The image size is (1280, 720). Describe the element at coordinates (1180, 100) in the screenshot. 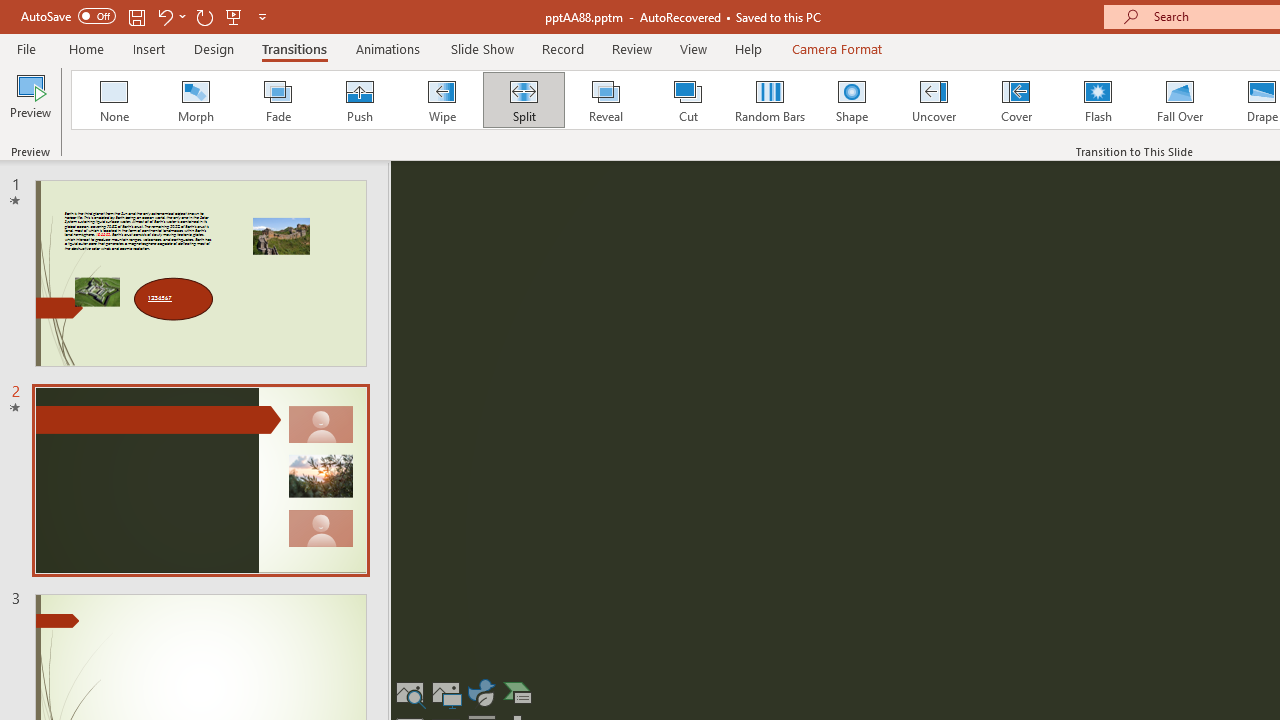

I see `'Fall Over'` at that location.